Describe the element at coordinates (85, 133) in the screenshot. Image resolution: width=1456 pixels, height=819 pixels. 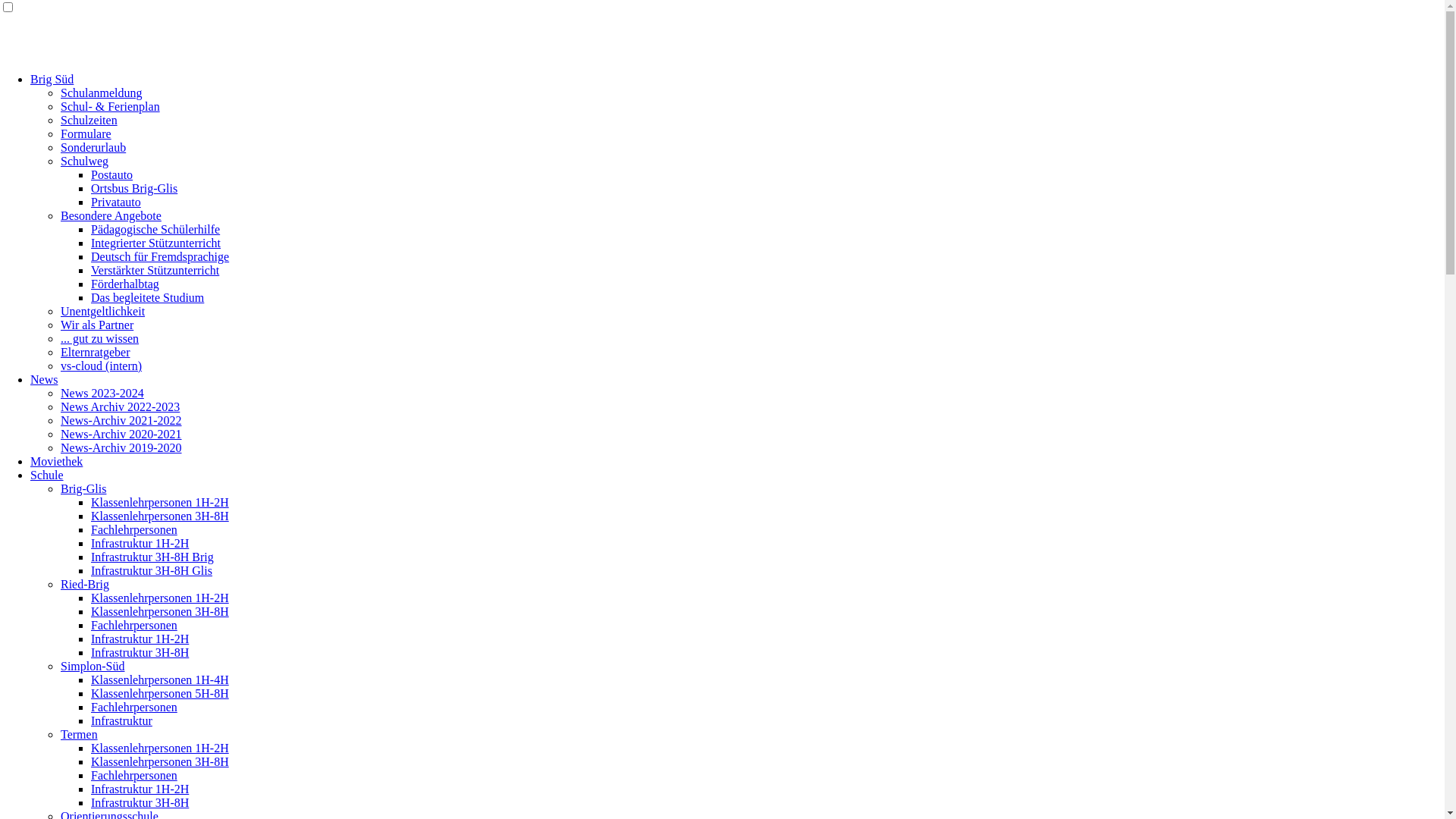
I see `'Formulare'` at that location.